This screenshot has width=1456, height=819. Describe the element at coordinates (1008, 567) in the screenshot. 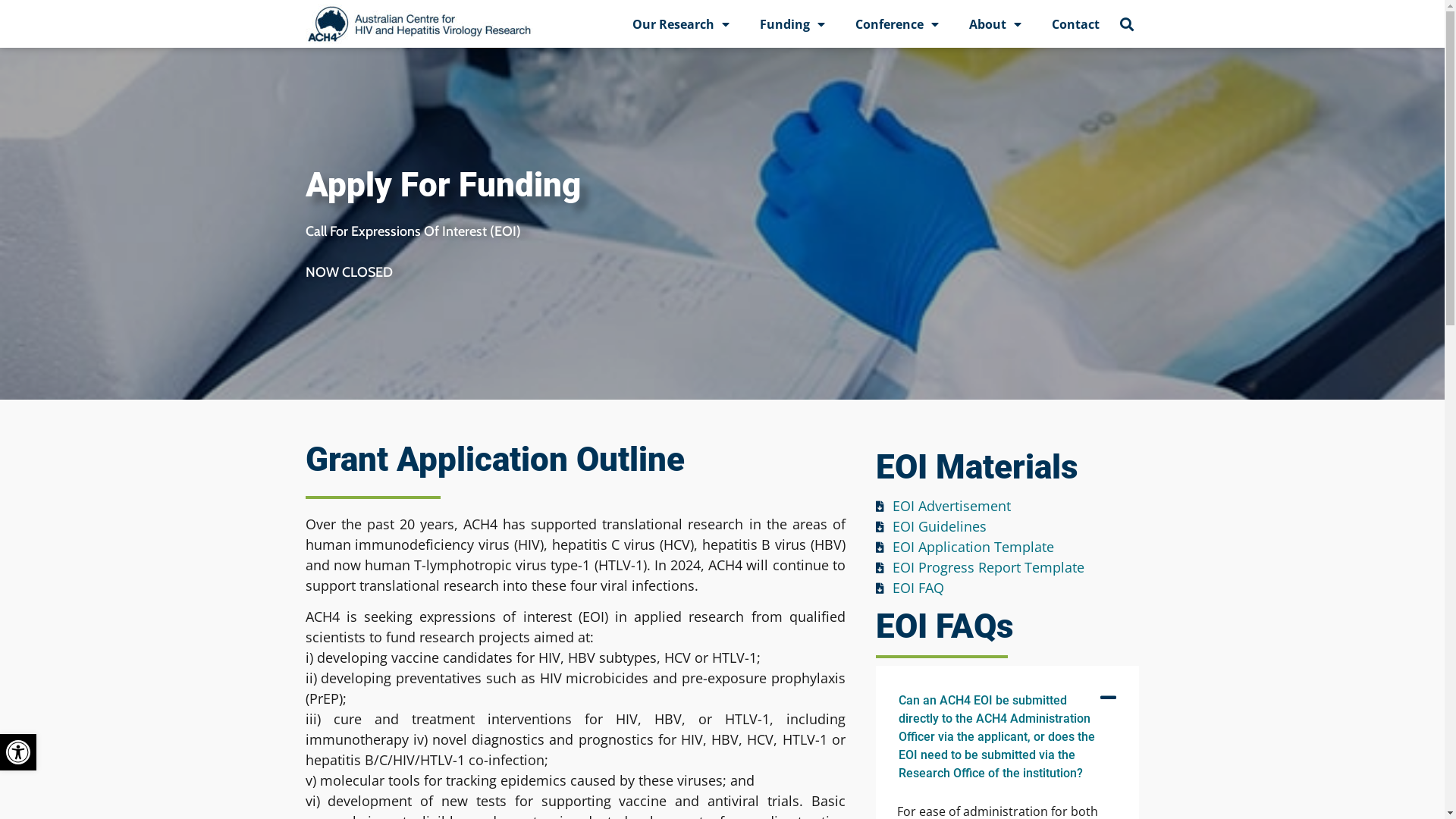

I see `'EOI Progress Report Template'` at that location.